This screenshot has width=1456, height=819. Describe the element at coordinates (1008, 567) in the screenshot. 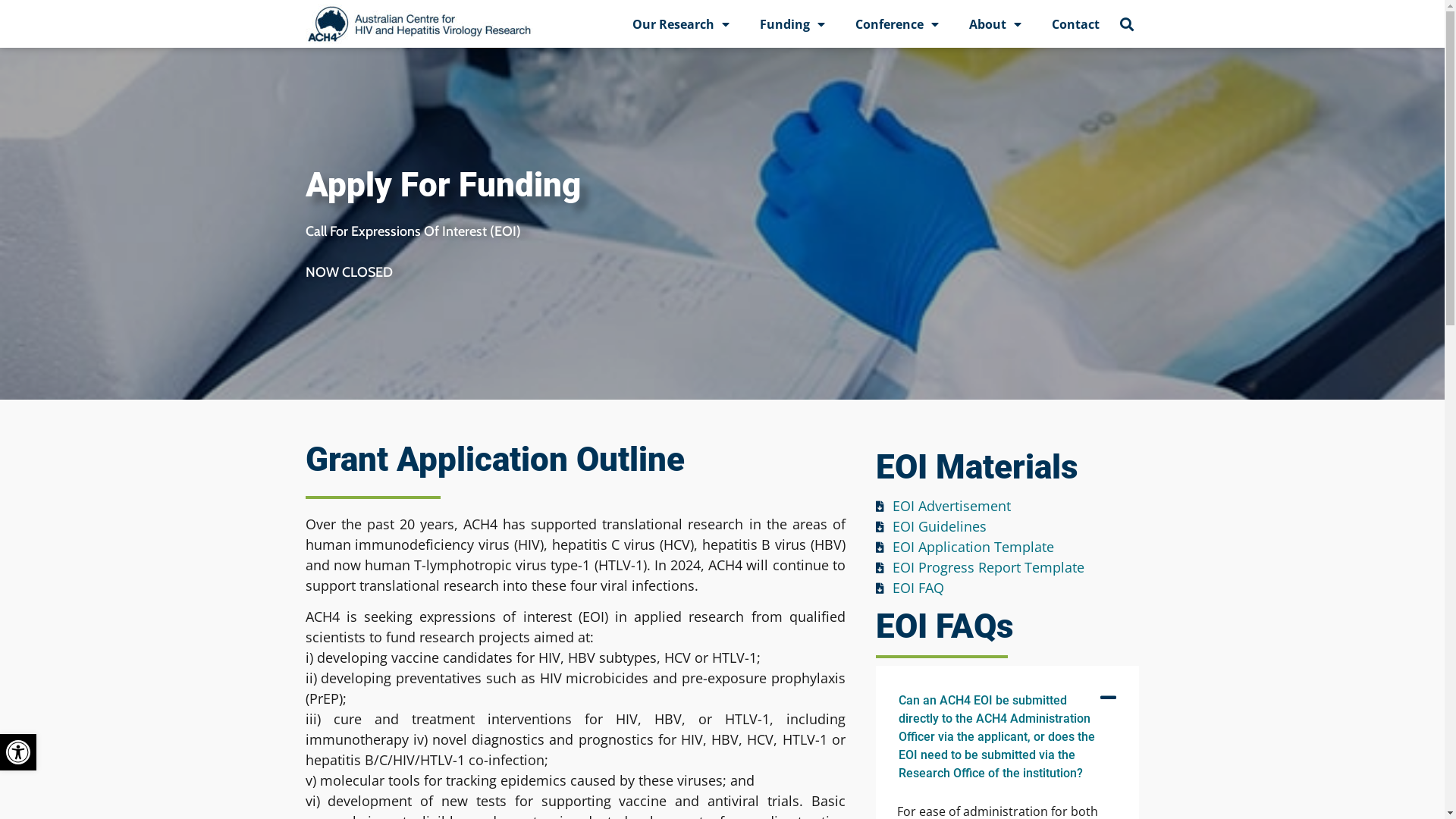

I see `'EOI Progress Report Template'` at that location.